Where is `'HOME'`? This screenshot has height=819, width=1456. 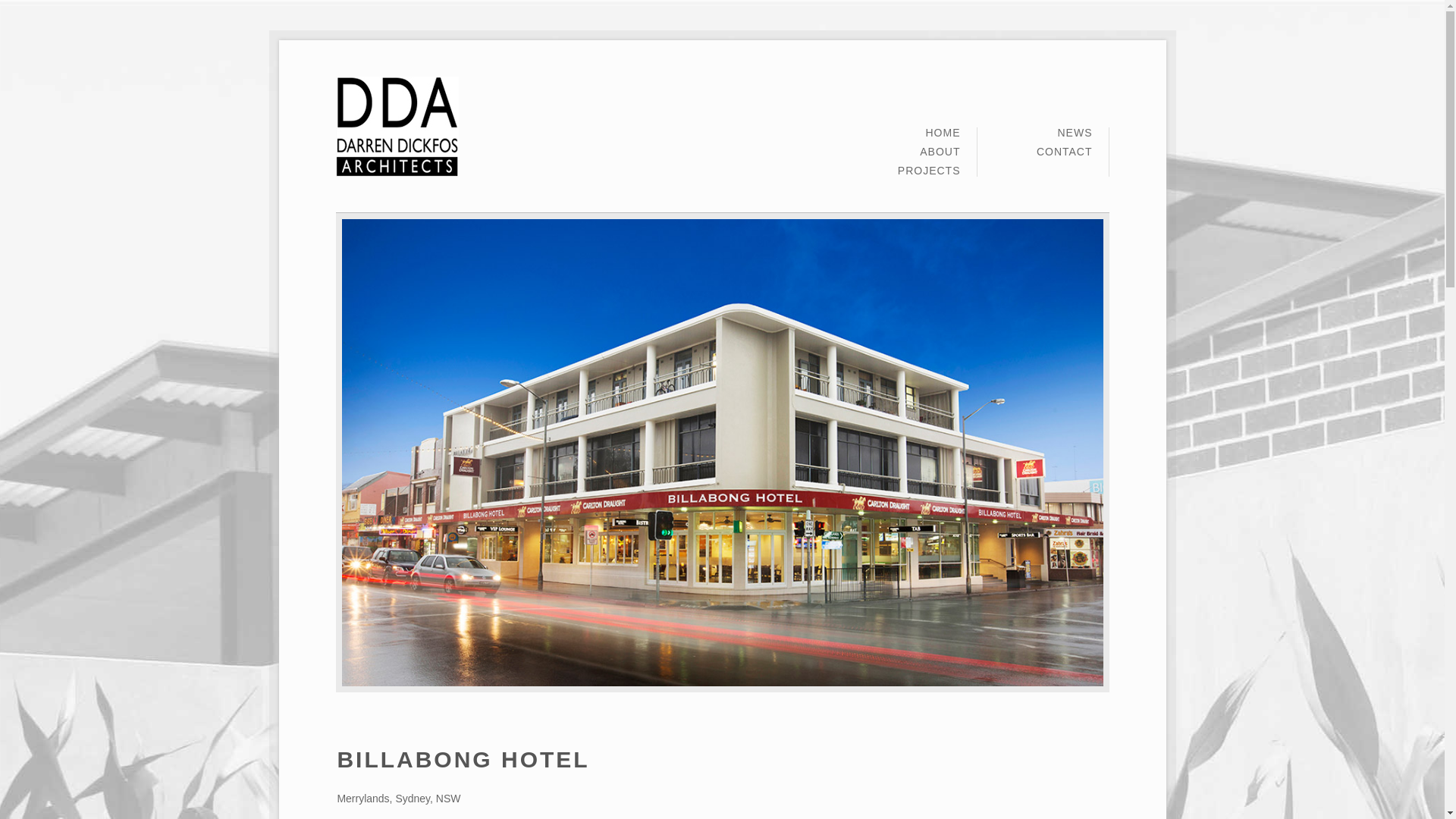
'HOME' is located at coordinates (942, 136).